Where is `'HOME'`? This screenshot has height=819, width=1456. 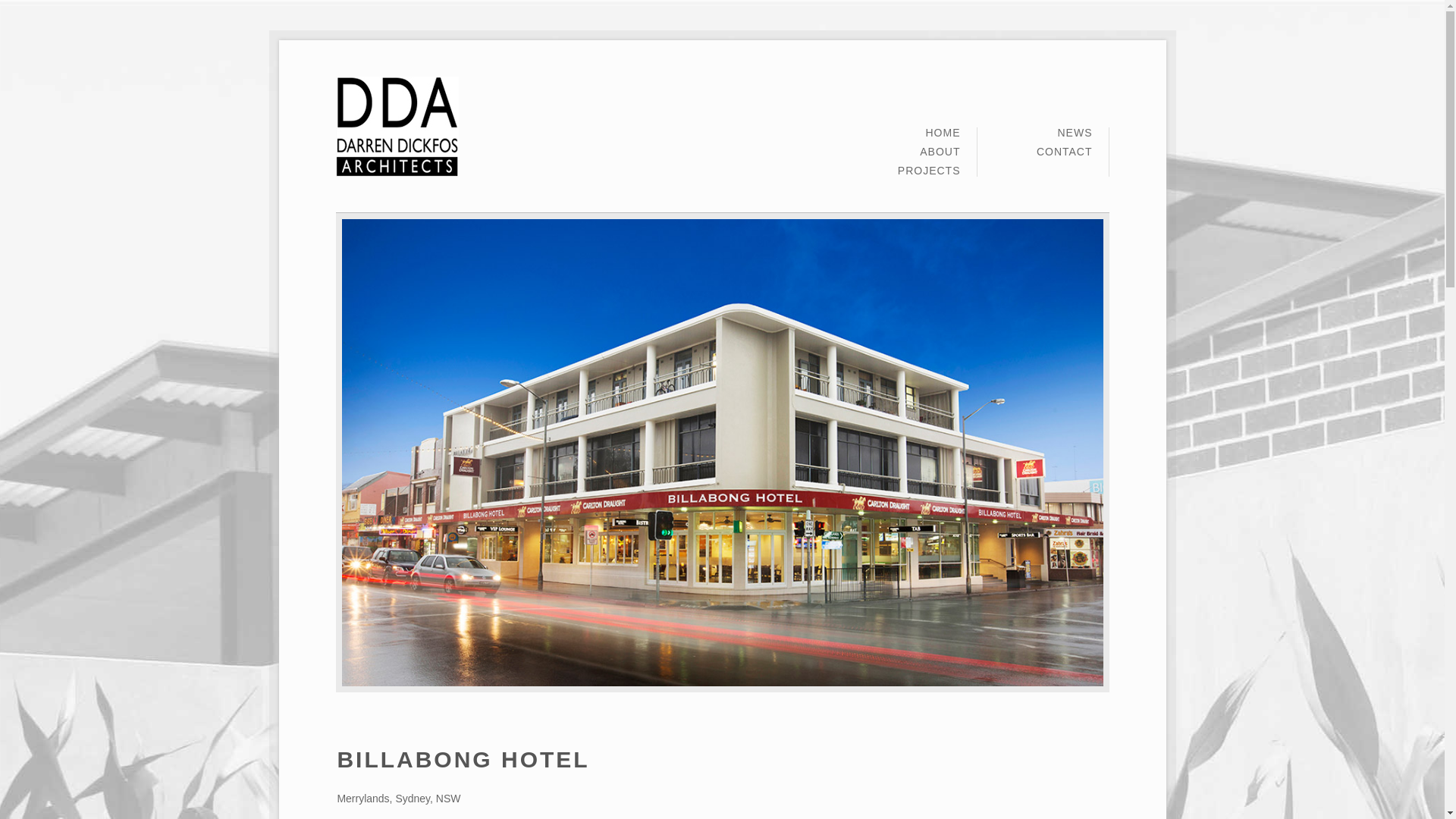
'HOME' is located at coordinates (942, 136).